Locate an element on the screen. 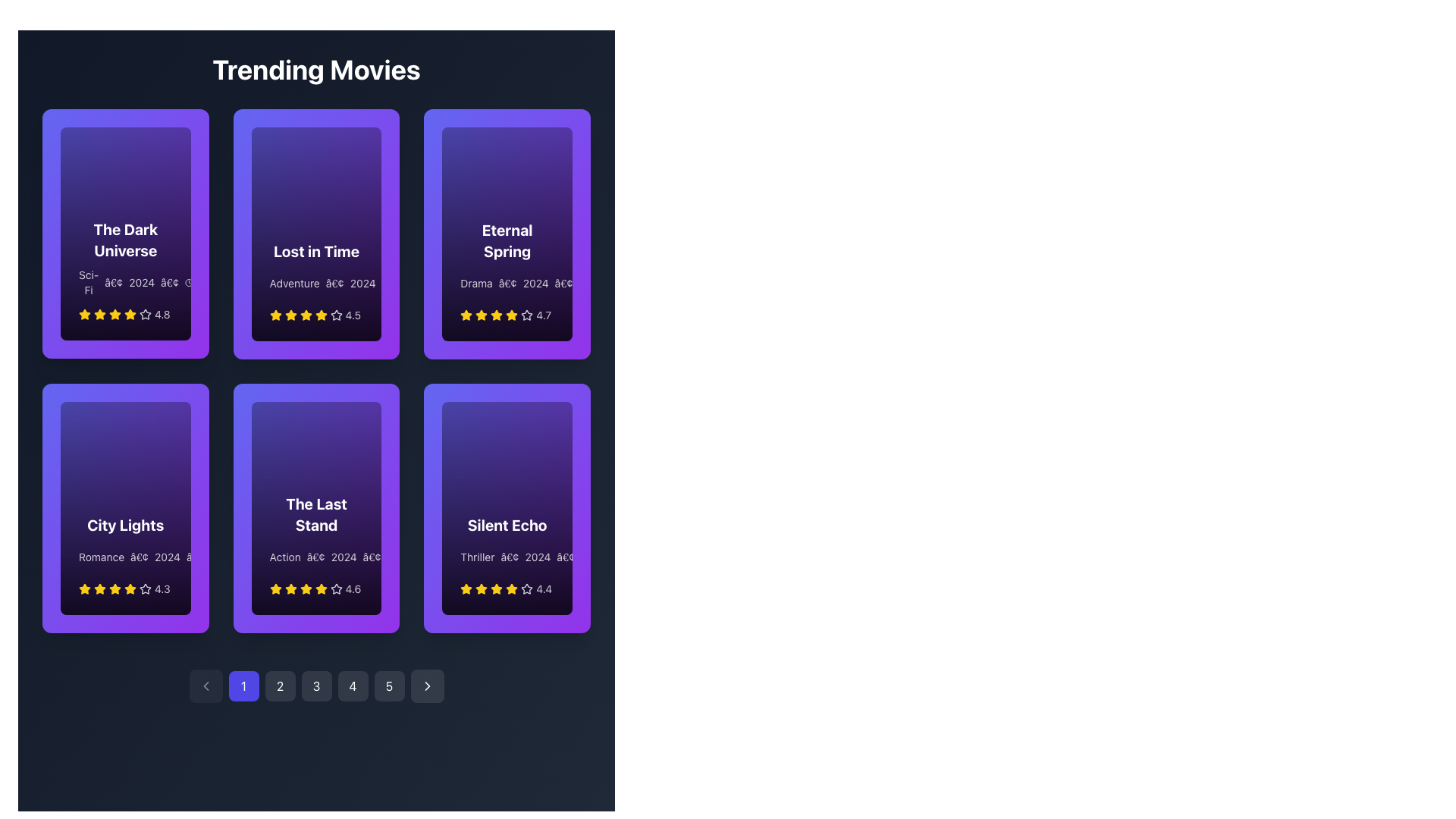 Image resolution: width=1456 pixels, height=819 pixels. the fifth star icon in the rating scale for the 'Eternal Spring' card located in the 'Trending Movies' section is located at coordinates (527, 314).